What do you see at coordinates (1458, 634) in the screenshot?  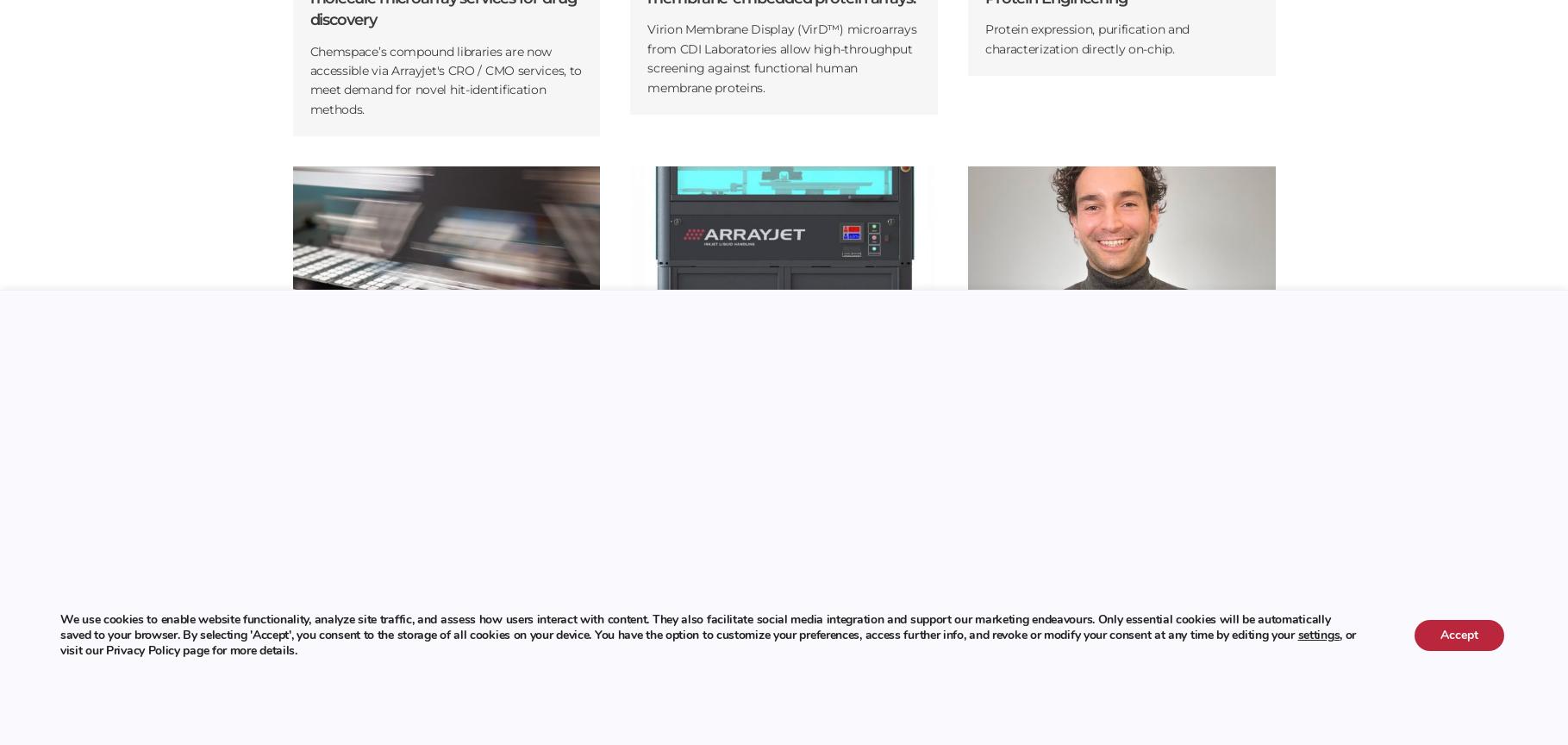 I see `'Accept'` at bounding box center [1458, 634].